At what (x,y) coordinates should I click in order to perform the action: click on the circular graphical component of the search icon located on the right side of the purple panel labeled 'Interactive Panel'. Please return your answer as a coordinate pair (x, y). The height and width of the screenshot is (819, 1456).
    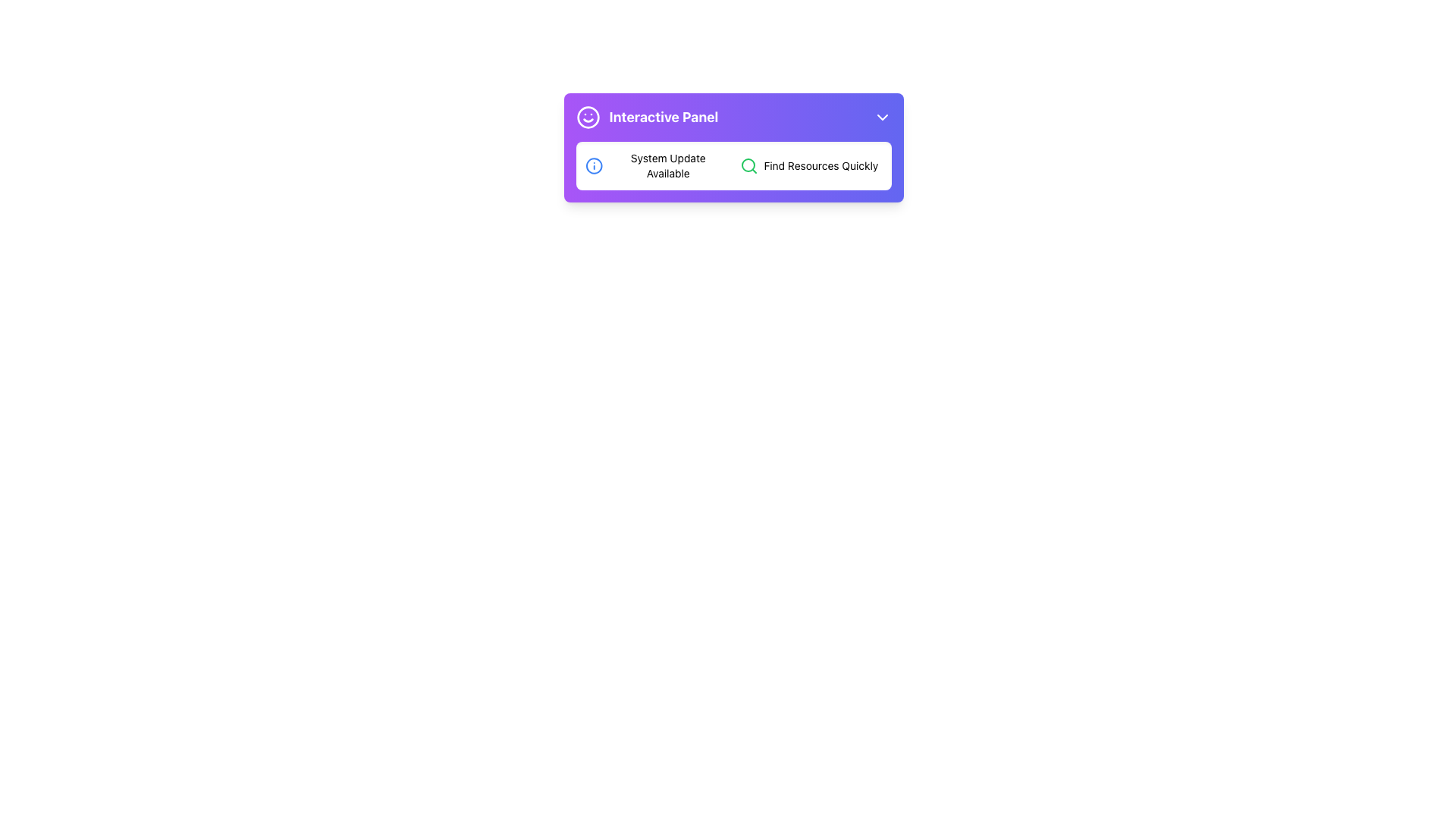
    Looking at the image, I should click on (748, 165).